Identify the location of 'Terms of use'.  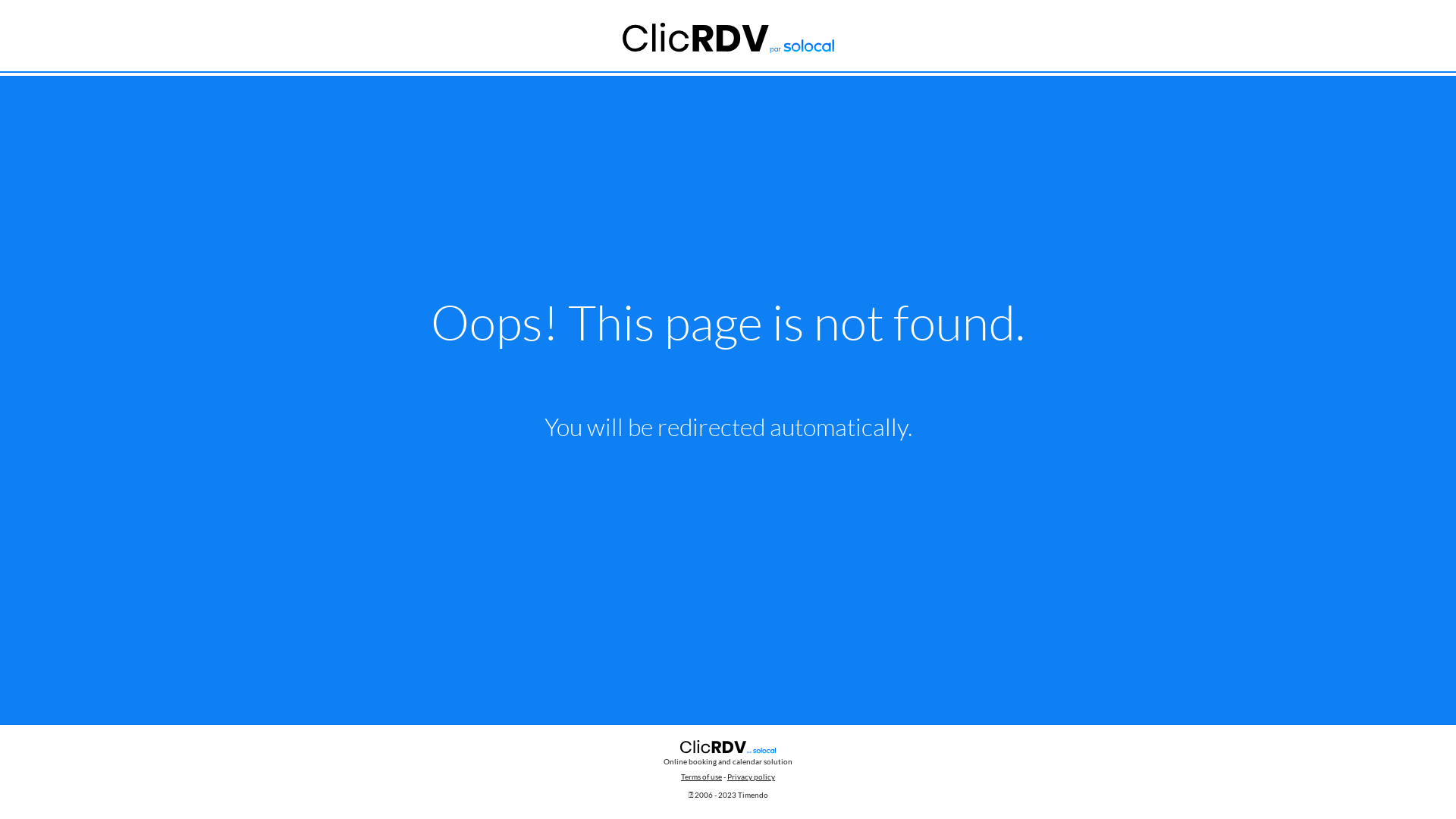
(701, 776).